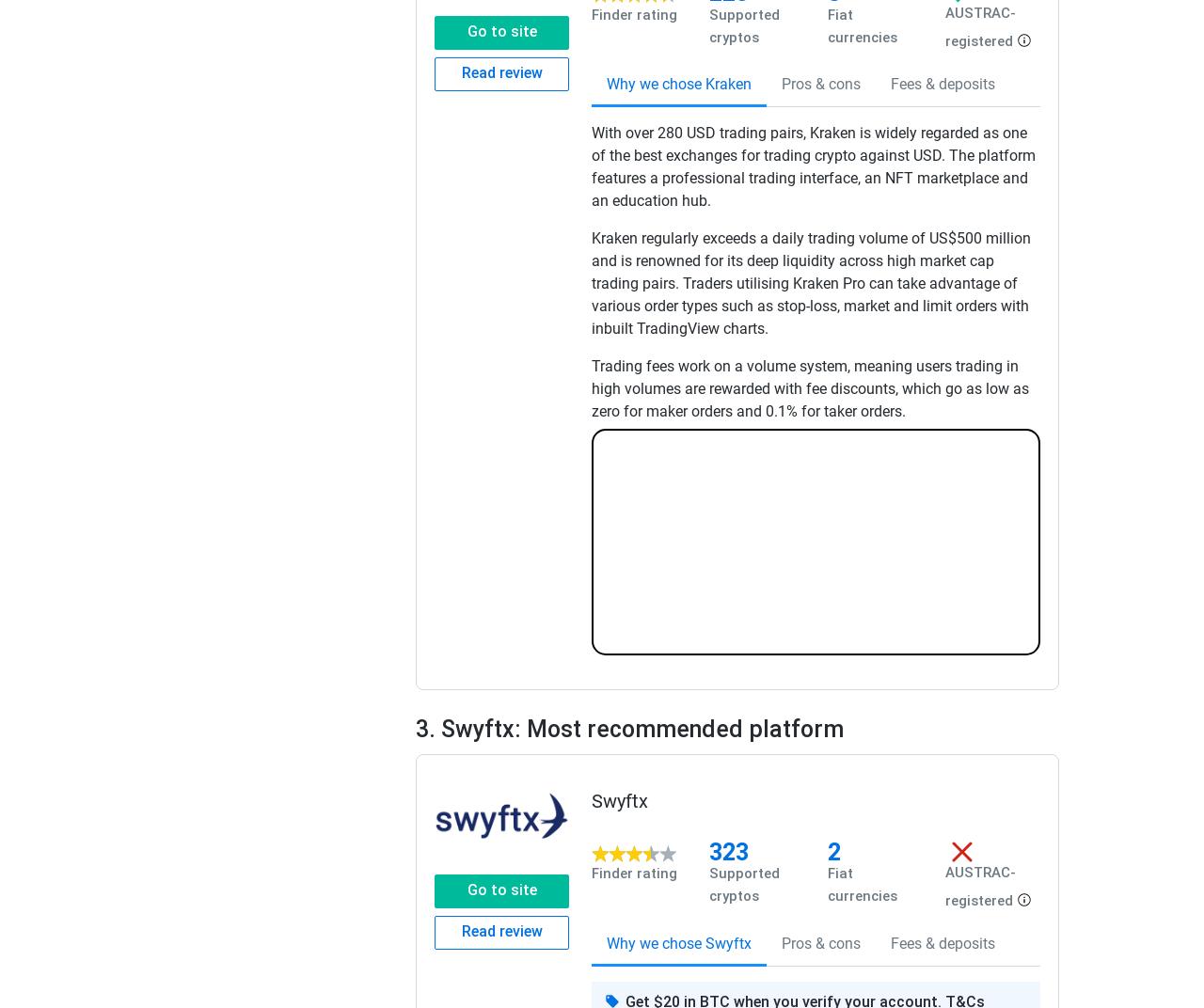  Describe the element at coordinates (629, 728) in the screenshot. I see `'3. Swyftx: Most recommended platform'` at that location.